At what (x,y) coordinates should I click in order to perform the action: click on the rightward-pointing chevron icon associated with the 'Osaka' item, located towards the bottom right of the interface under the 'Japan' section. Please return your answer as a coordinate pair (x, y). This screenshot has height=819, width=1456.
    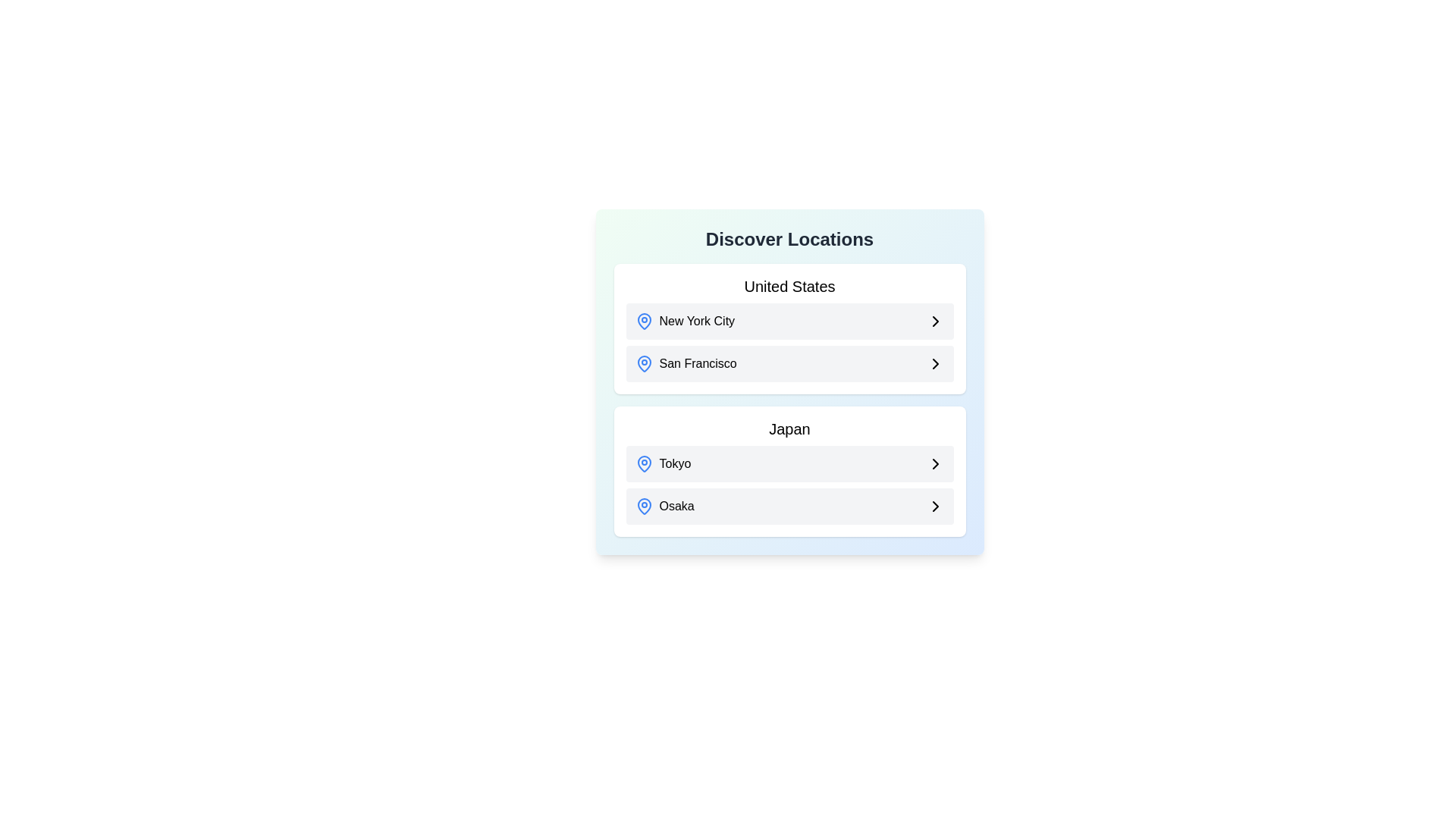
    Looking at the image, I should click on (934, 506).